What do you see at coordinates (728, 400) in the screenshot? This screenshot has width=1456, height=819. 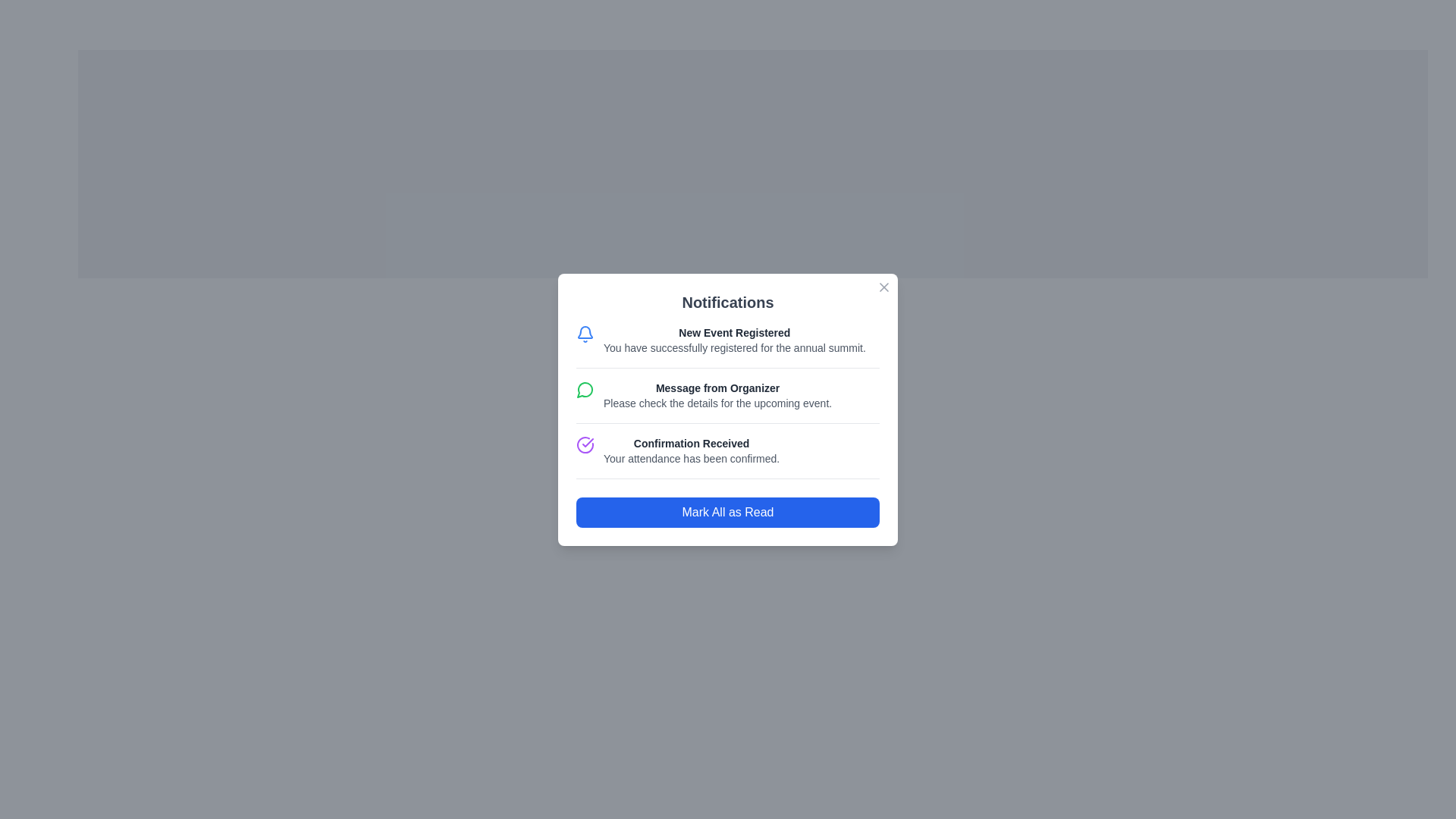 I see `the middle notification item that provides details related to an event for additional interactions` at bounding box center [728, 400].